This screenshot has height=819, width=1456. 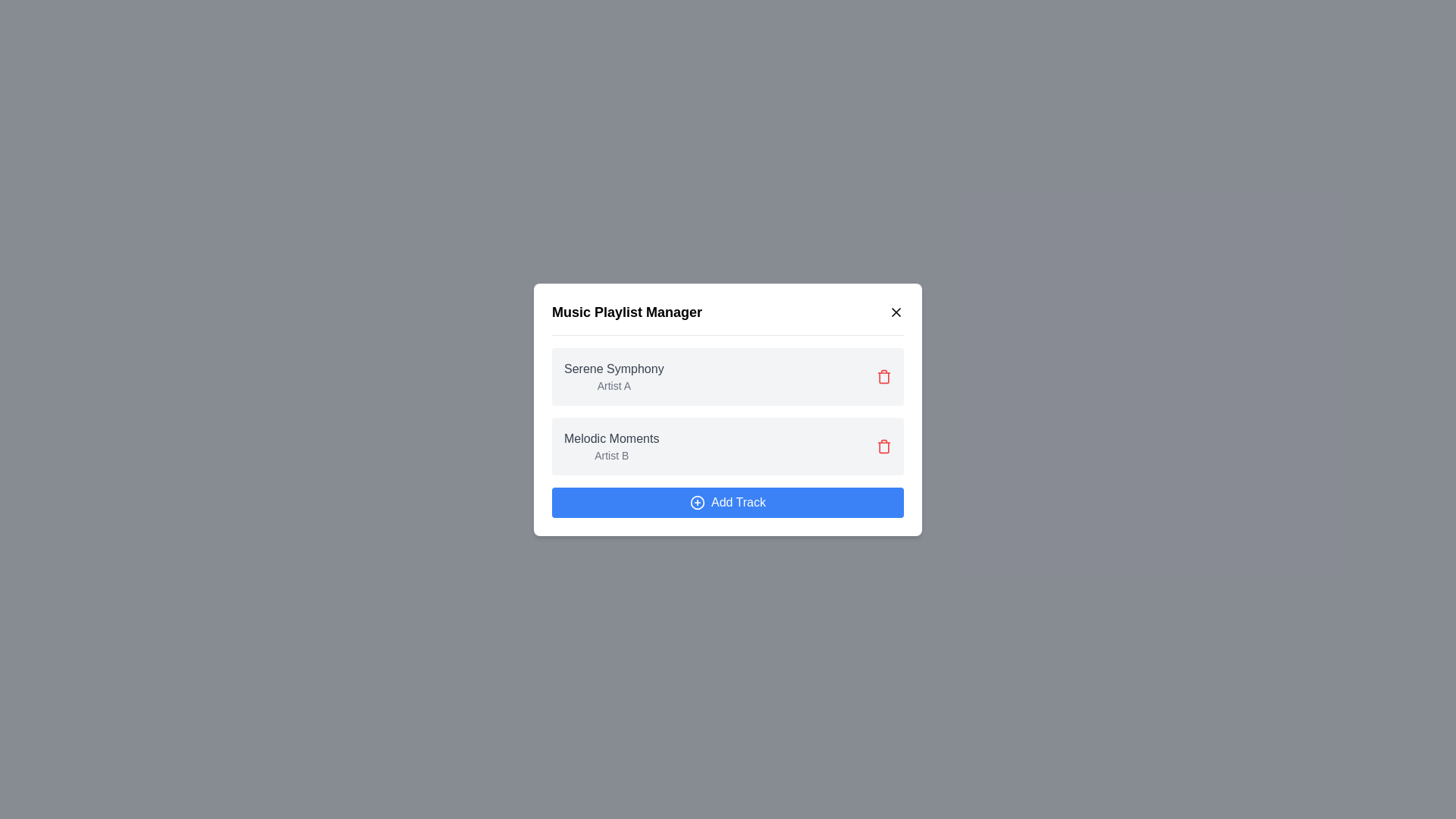 I want to click on the multi-line text label displaying the title 'Serene Symphony' and artist 'Artist A' within the 'Music Playlist Manager' panel, so click(x=613, y=375).